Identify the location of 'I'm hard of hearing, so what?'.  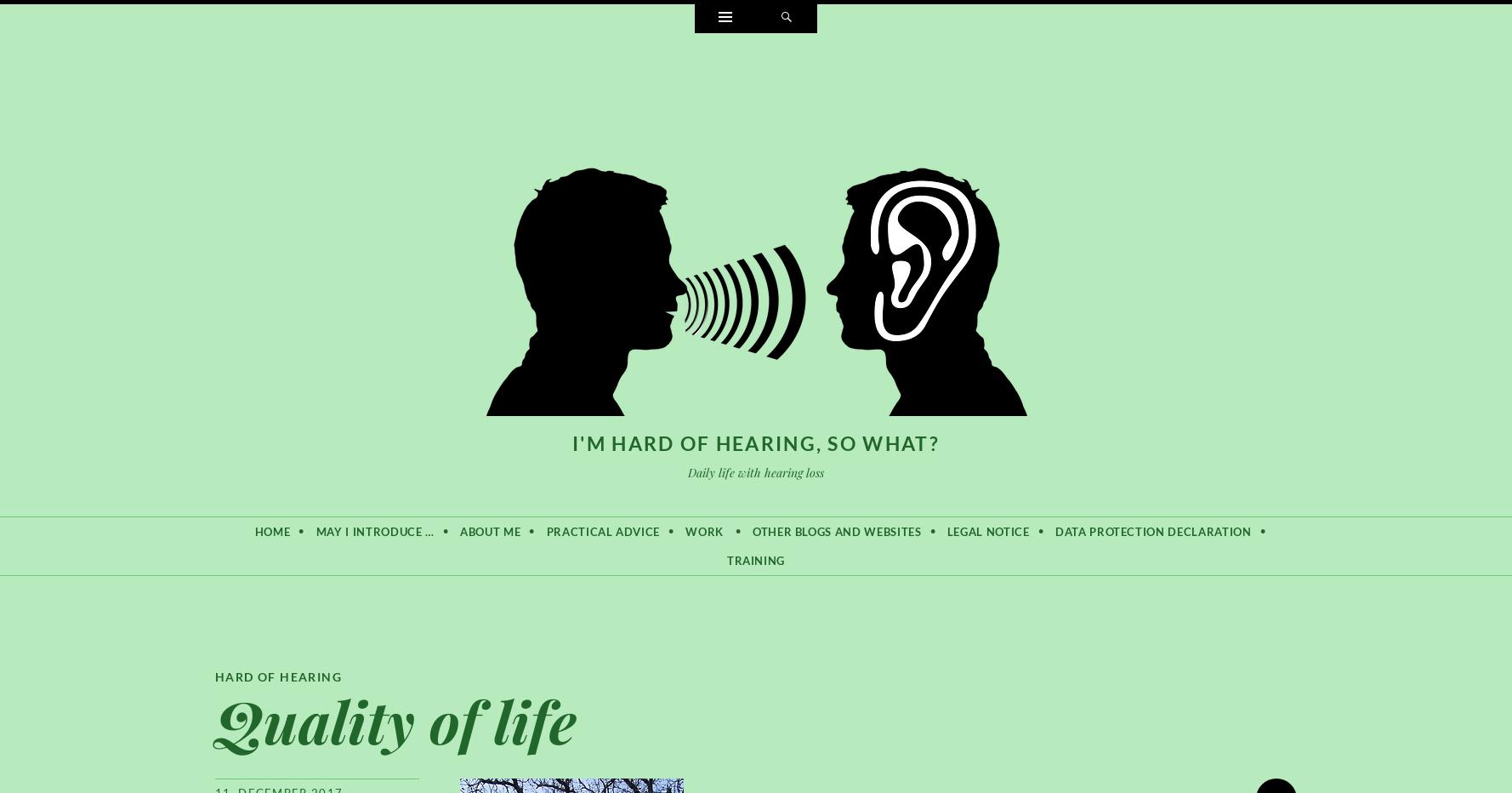
(571, 442).